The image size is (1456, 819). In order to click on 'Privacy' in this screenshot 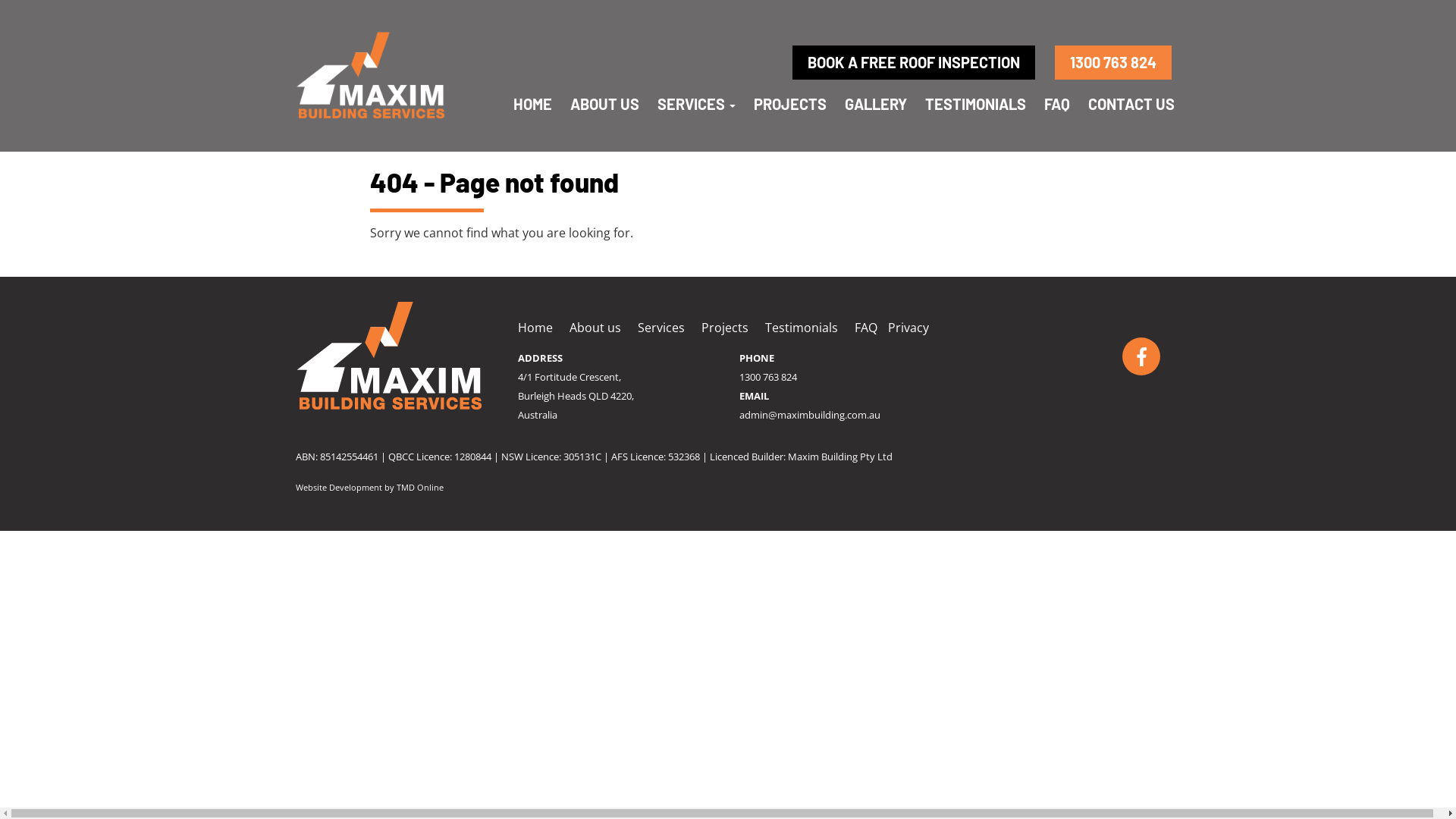, I will do `click(907, 327)`.